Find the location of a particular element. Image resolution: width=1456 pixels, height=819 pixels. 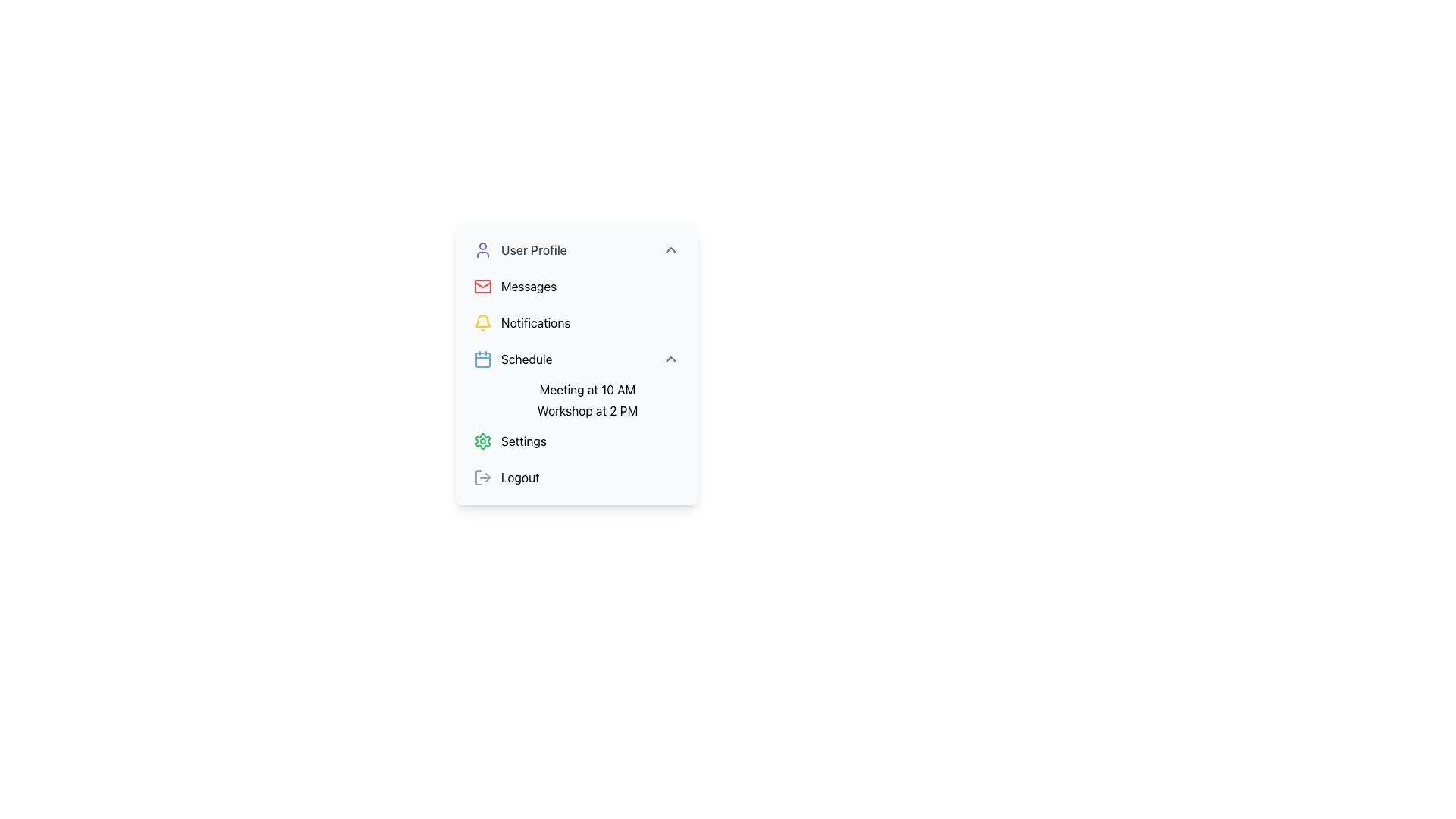

the 'Settings' text label in the vertical menu, which is the fifth item from the top, positioned between 'Schedule' and 'Logout' is located at coordinates (524, 441).